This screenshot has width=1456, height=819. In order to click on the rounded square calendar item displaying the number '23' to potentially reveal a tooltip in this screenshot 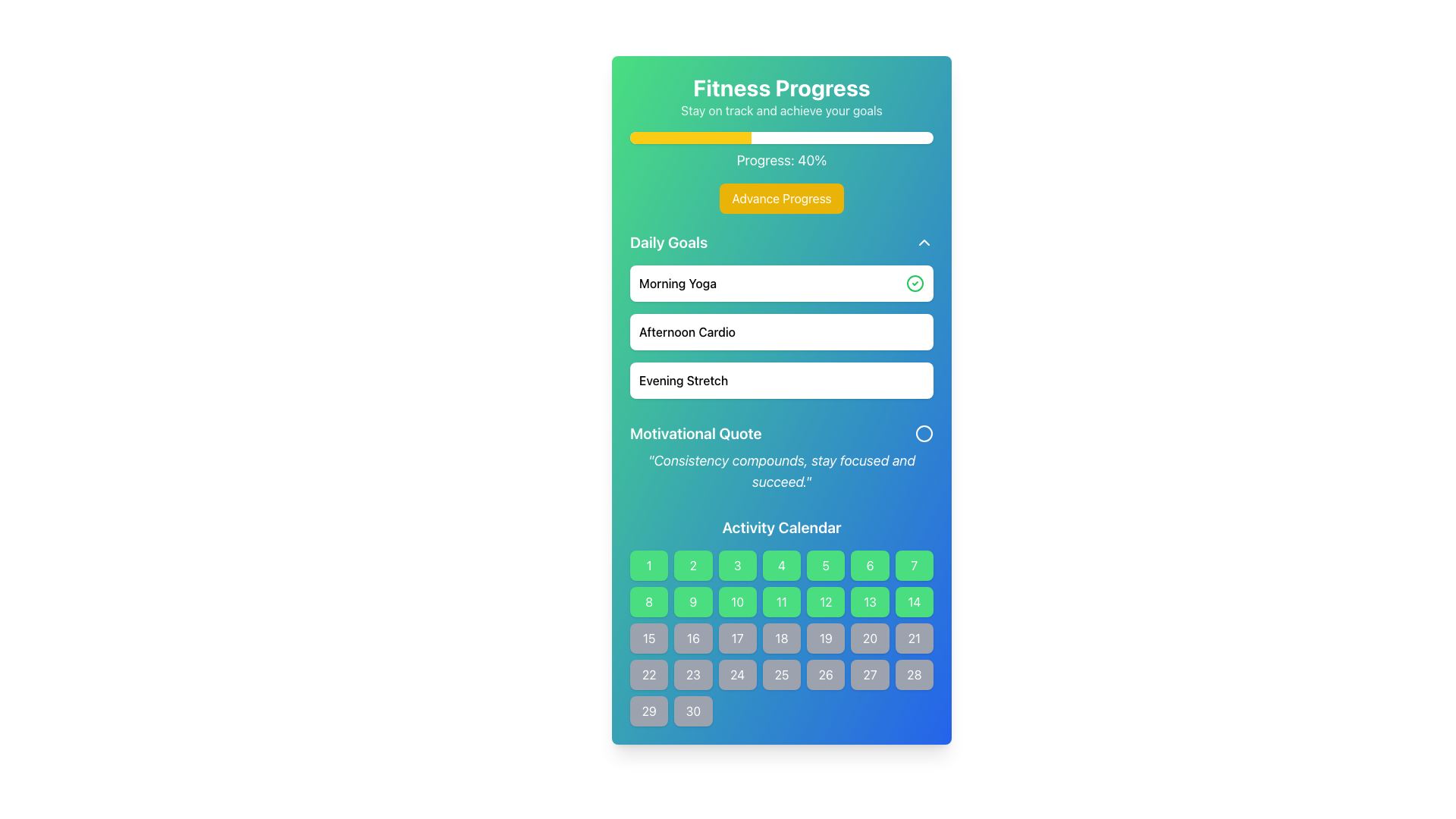, I will do `click(692, 674)`.